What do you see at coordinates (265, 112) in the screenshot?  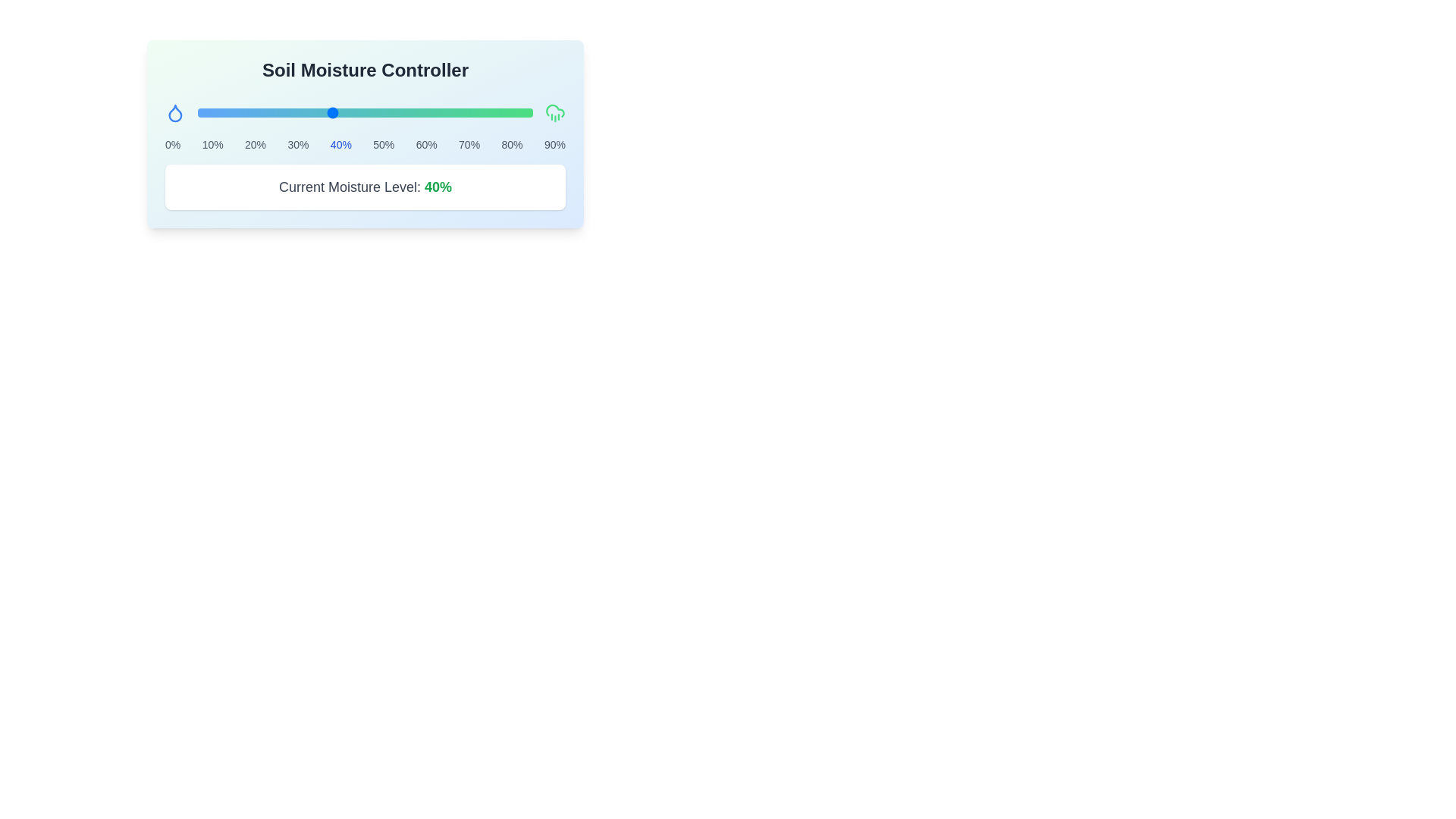 I see `the moisture level to 20% using the slider` at bounding box center [265, 112].